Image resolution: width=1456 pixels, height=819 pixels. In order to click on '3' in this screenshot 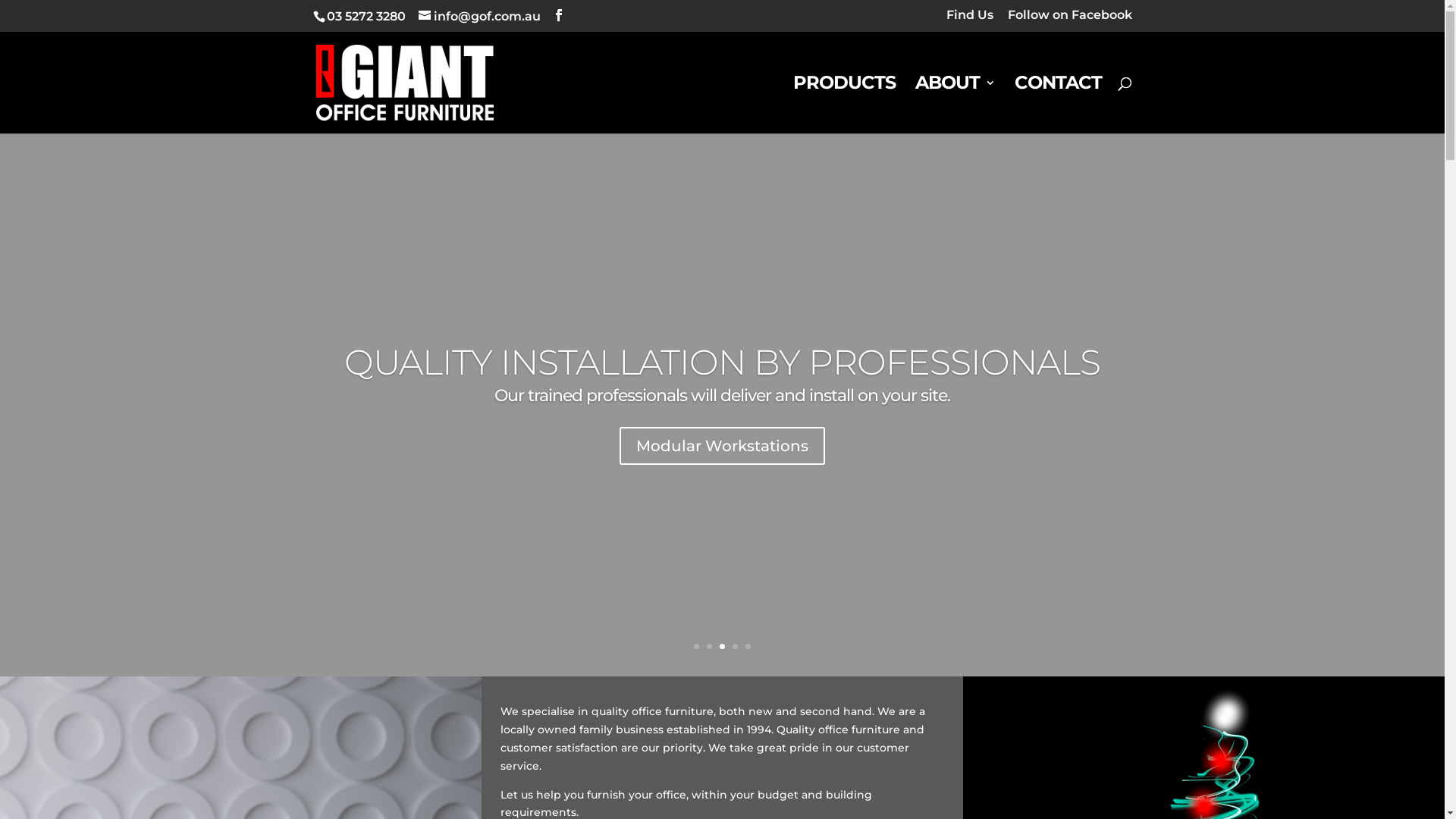, I will do `click(721, 646)`.